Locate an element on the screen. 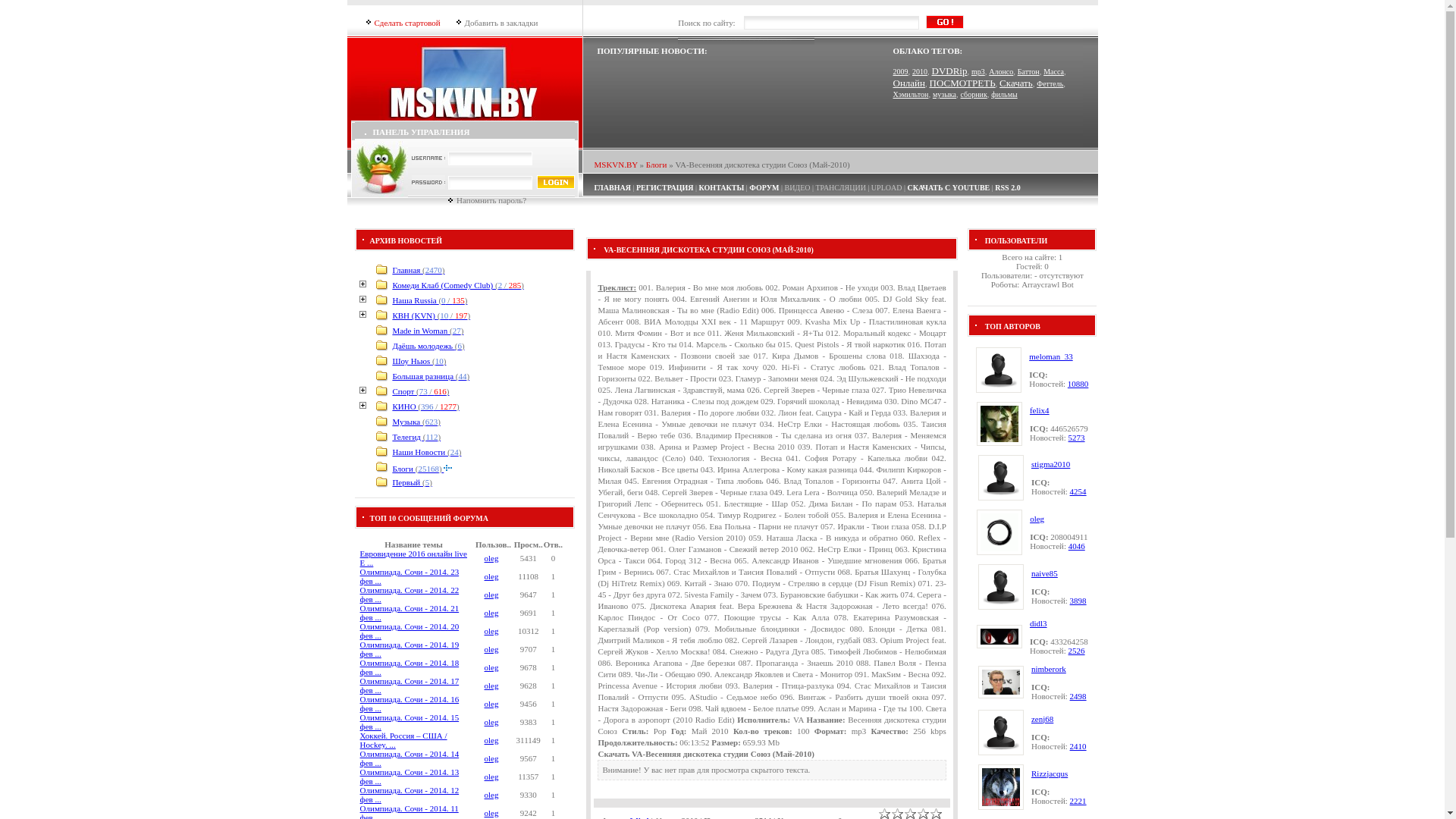  '2498' is located at coordinates (1077, 696).